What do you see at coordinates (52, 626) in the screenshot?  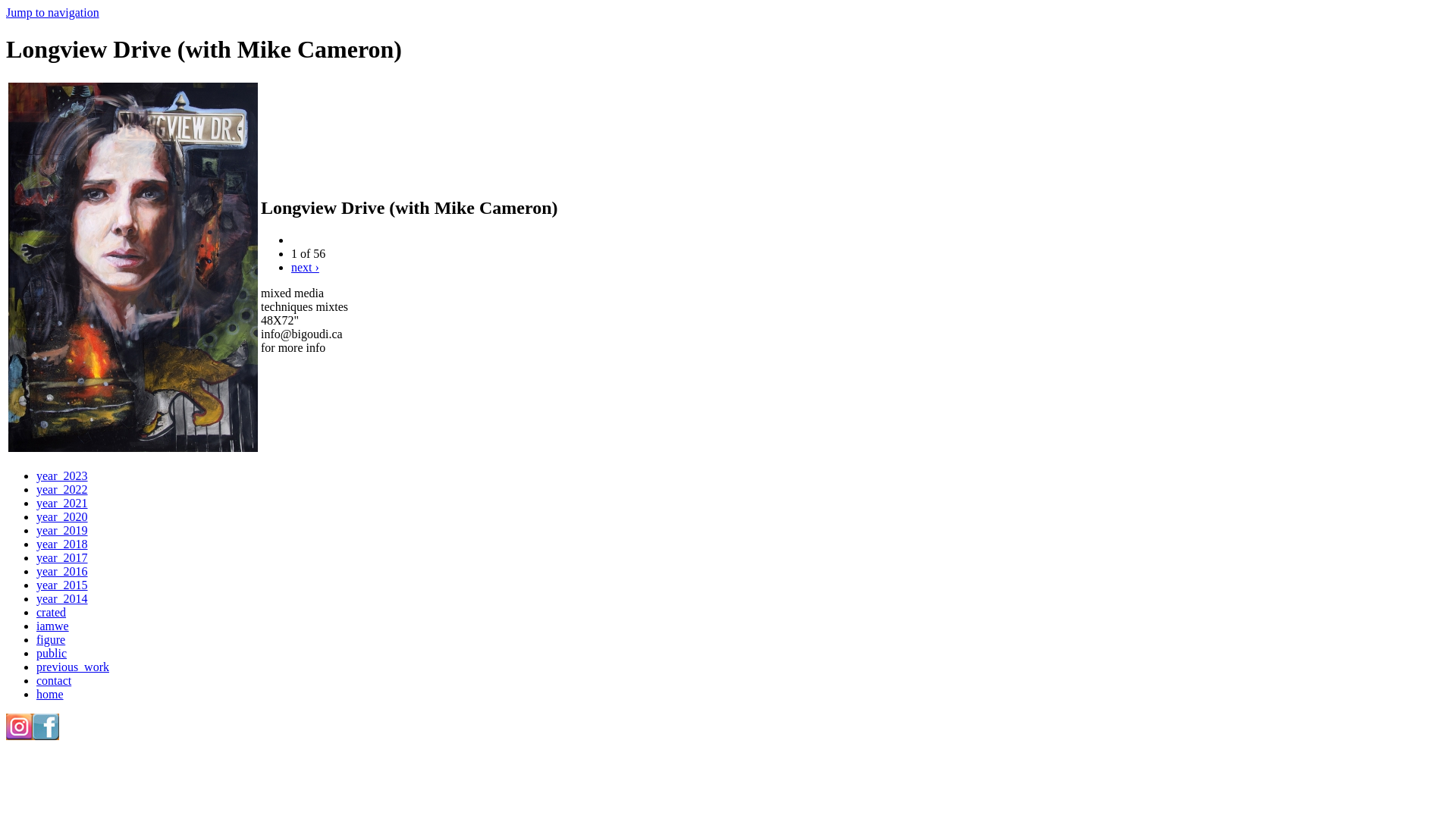 I see `'iamwe'` at bounding box center [52, 626].